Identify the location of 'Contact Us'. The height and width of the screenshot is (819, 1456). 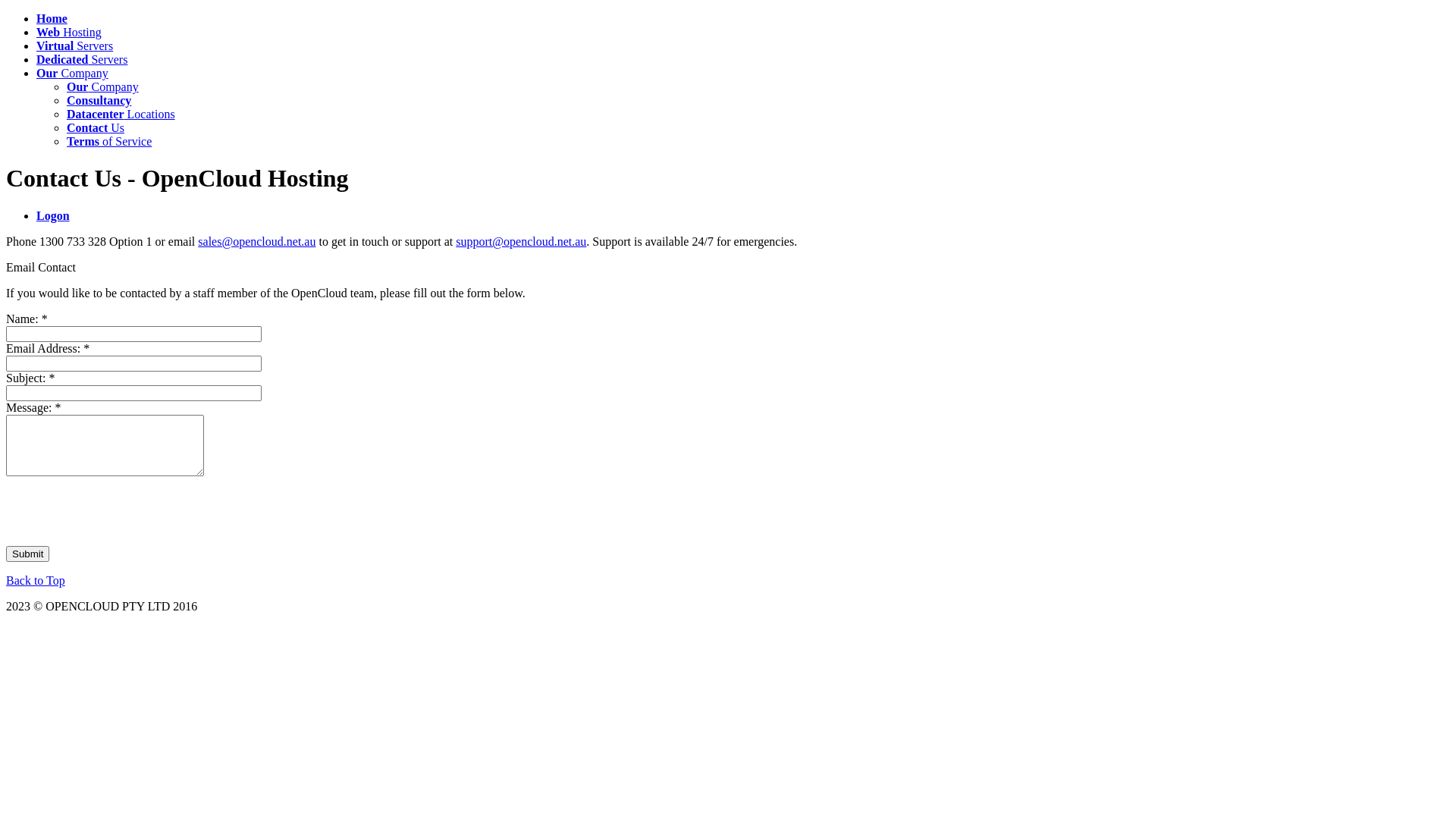
(94, 127).